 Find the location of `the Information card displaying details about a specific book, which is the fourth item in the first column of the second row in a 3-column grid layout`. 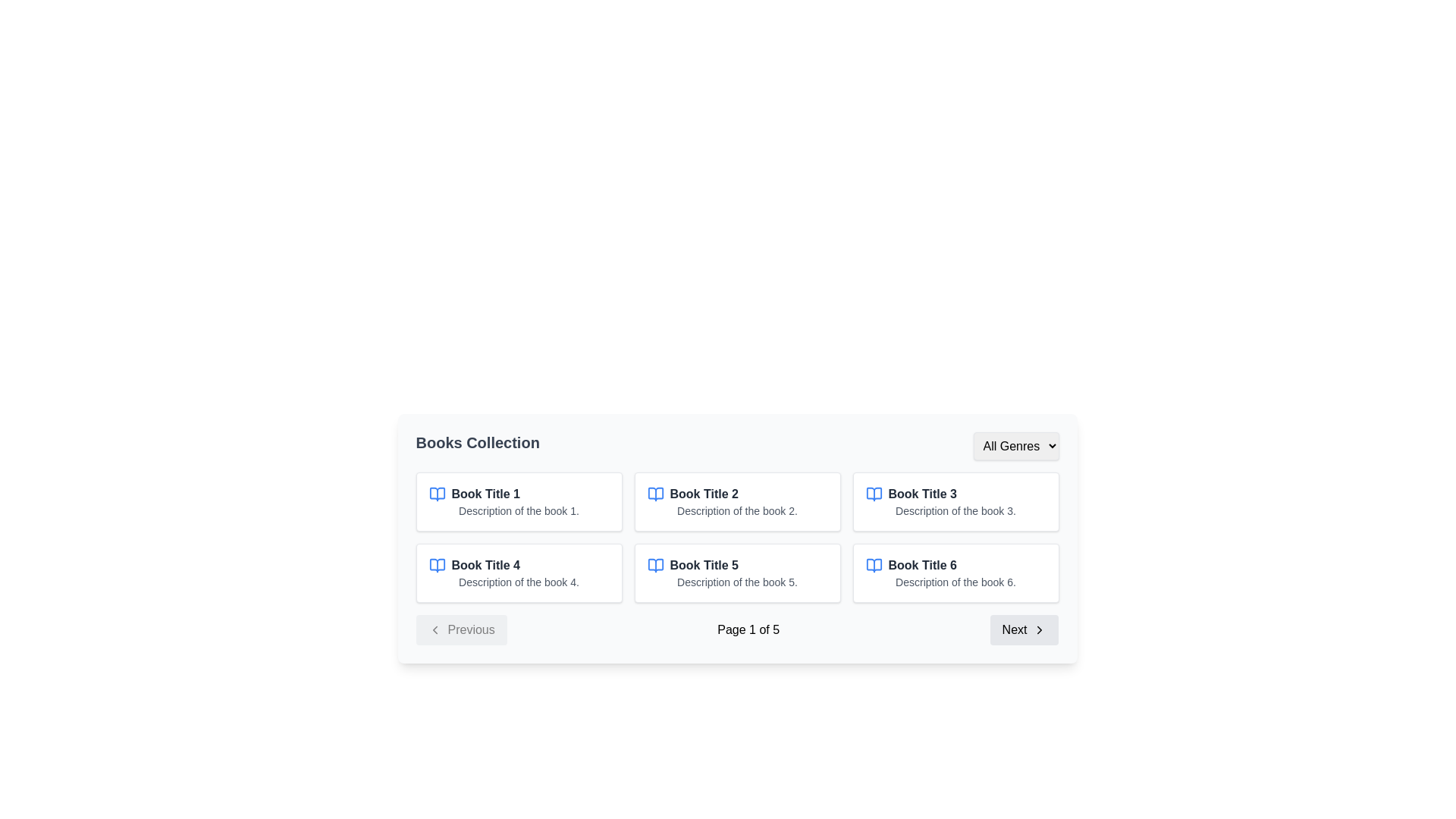

the Information card displaying details about a specific book, which is the fourth item in the first column of the second row in a 3-column grid layout is located at coordinates (519, 573).